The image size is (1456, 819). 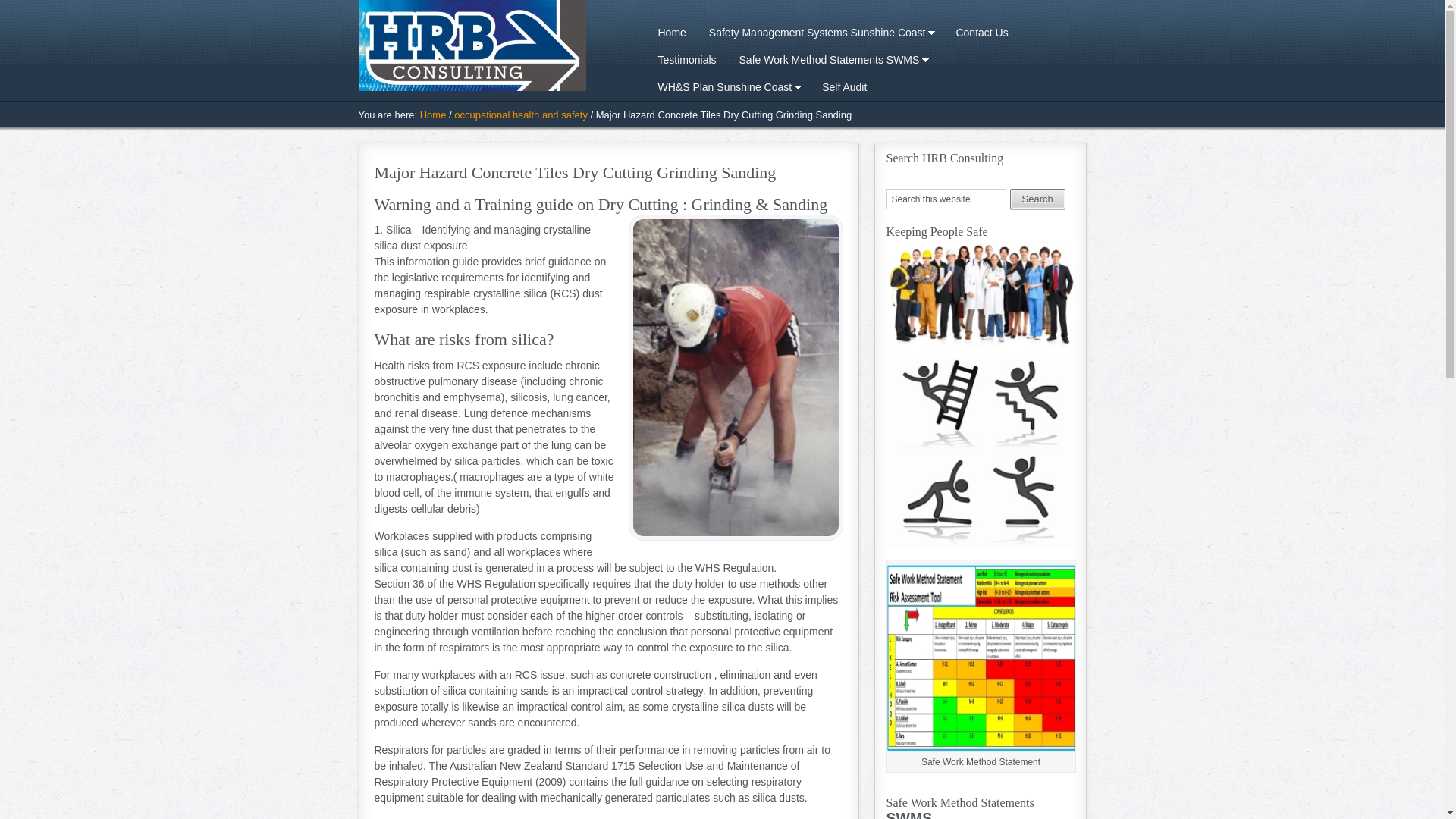 What do you see at coordinates (943, 32) in the screenshot?
I see `'Contact Us'` at bounding box center [943, 32].